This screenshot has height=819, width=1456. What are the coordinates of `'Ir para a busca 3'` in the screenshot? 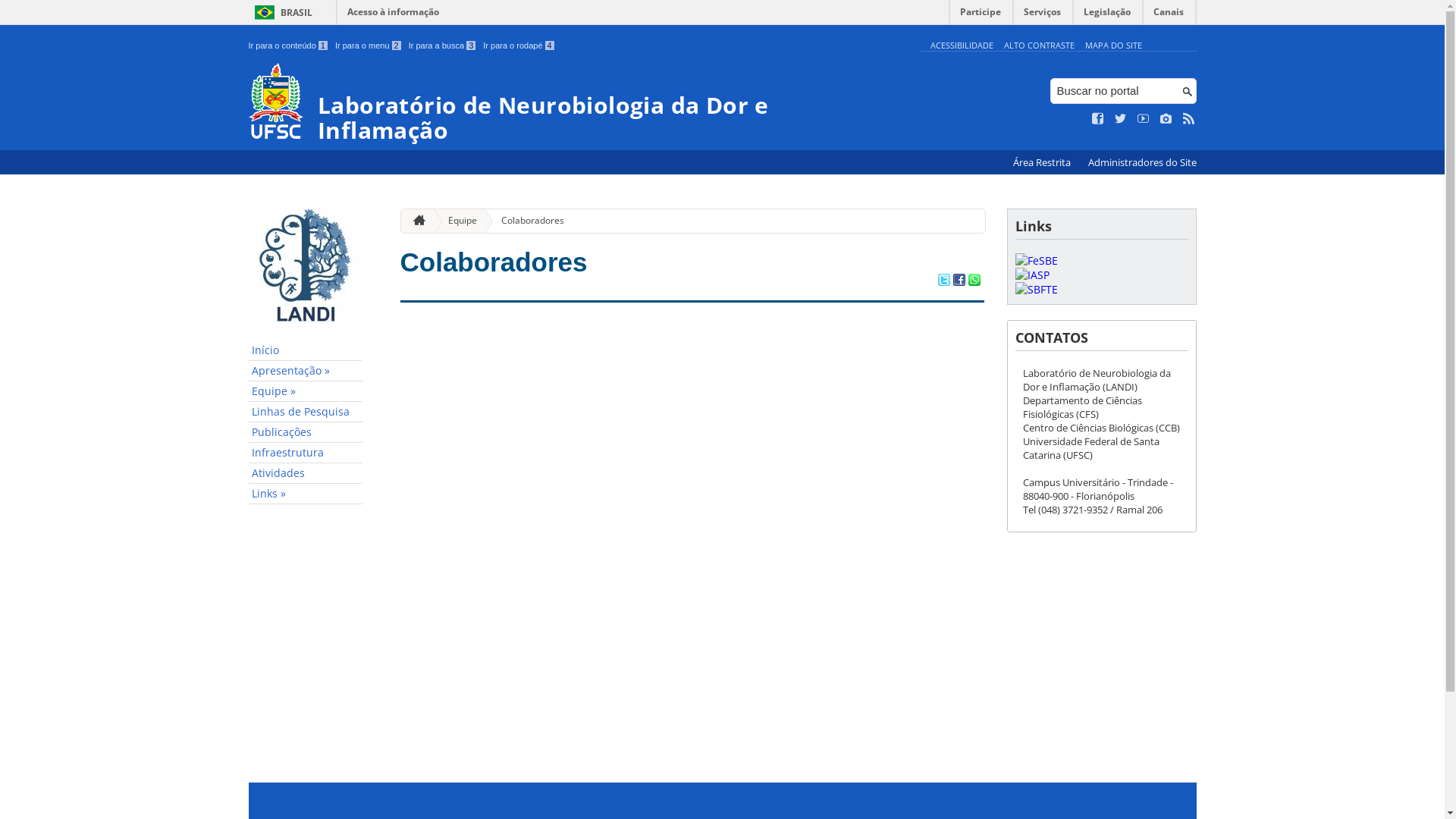 It's located at (441, 45).